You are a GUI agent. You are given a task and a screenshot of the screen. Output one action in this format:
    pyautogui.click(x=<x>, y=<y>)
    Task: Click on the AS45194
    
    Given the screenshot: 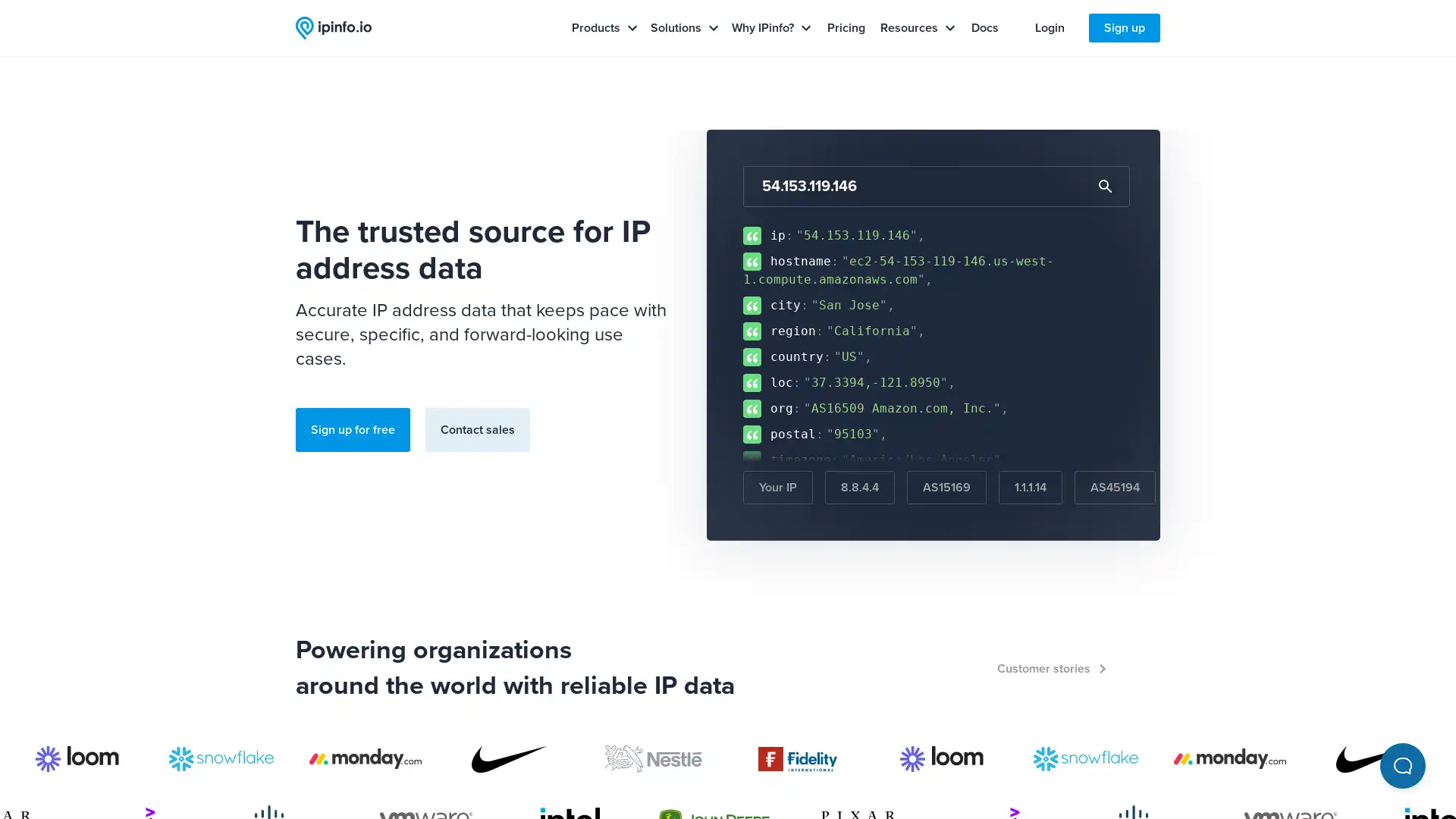 What is the action you would take?
    pyautogui.click(x=1115, y=488)
    